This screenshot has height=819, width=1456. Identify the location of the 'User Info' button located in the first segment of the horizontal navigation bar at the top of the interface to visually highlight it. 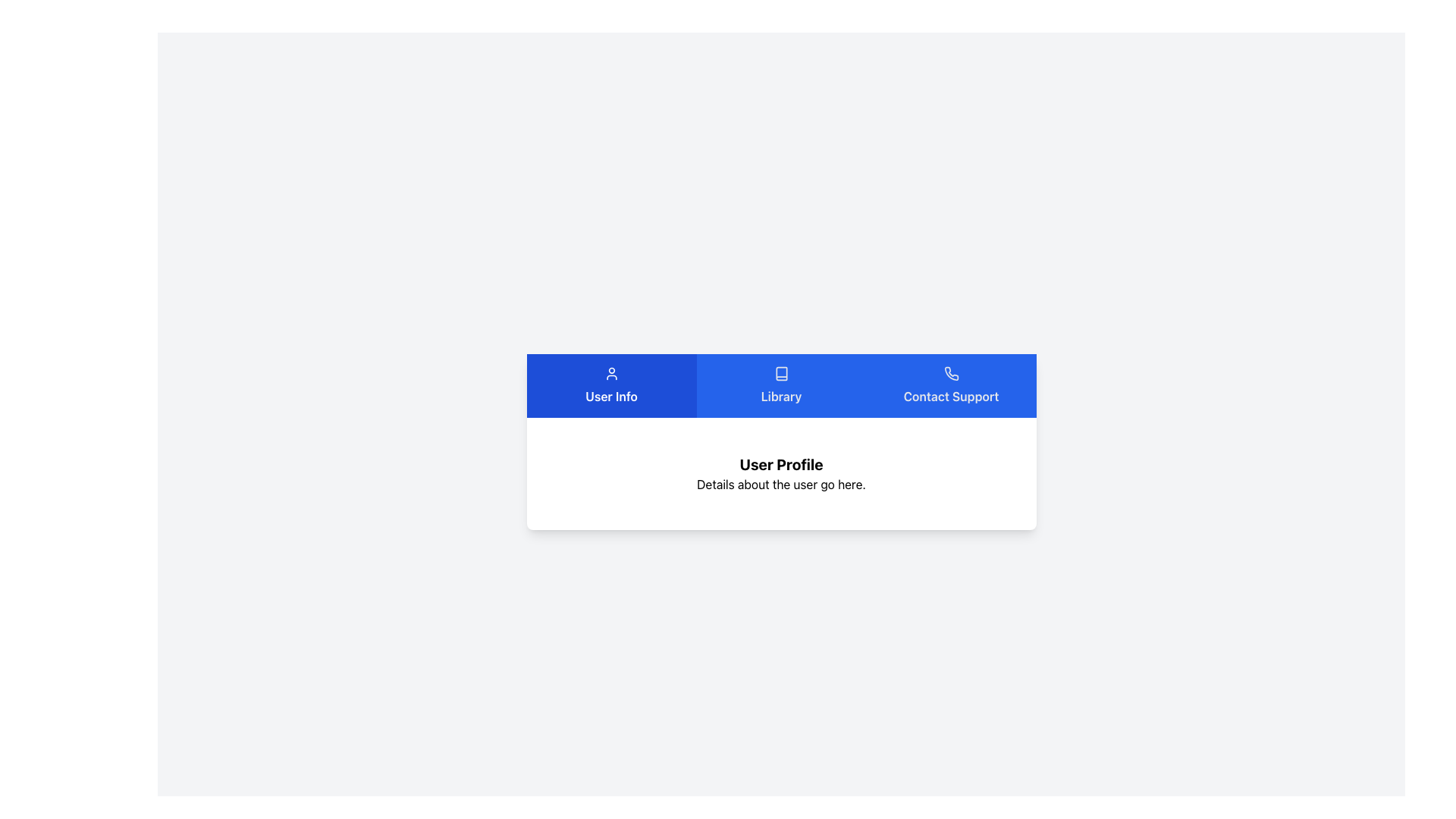
(611, 385).